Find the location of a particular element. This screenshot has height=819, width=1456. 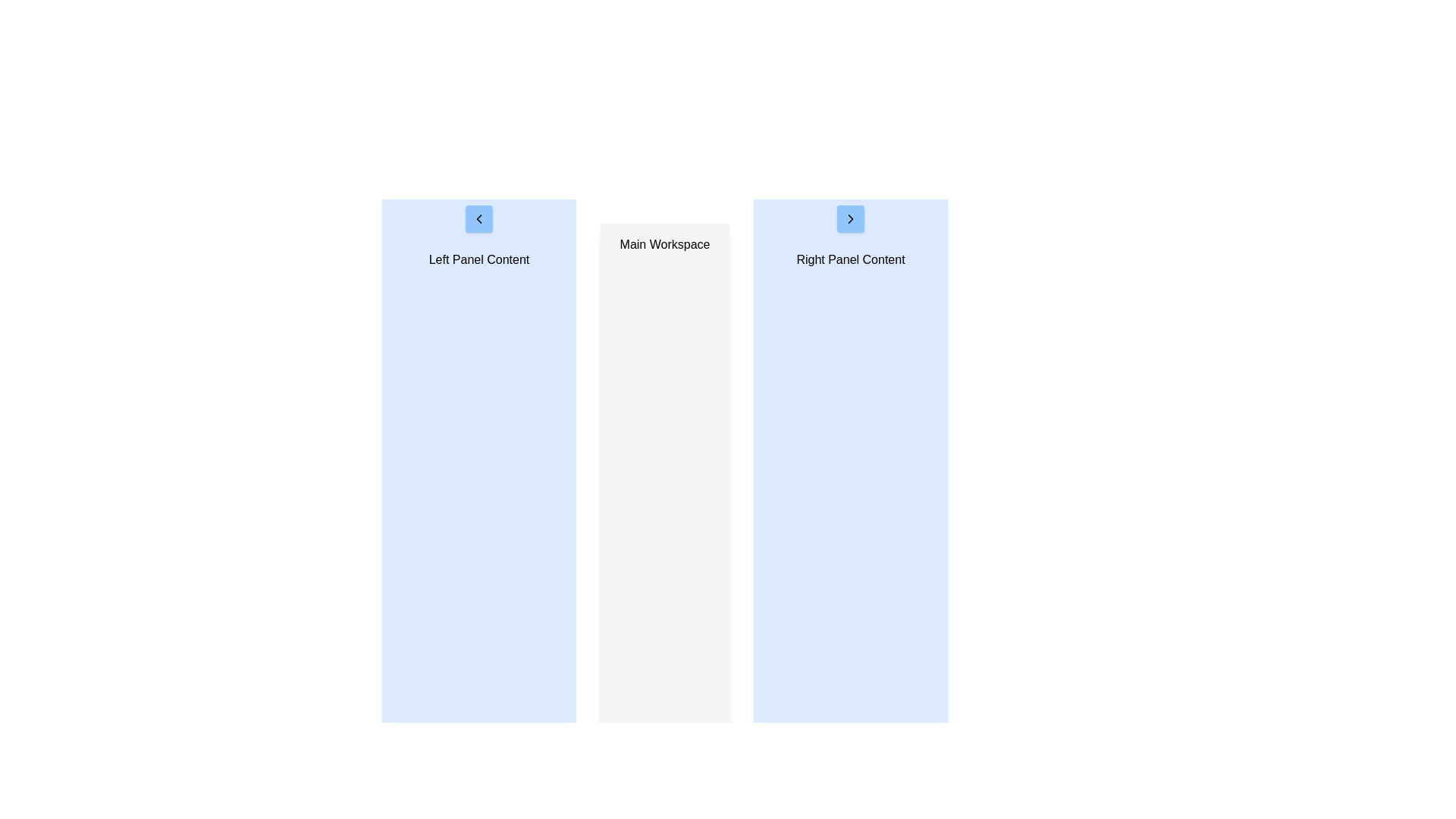

the chevron-shaped graphical icon located at the top center of the right panel is located at coordinates (851, 219).